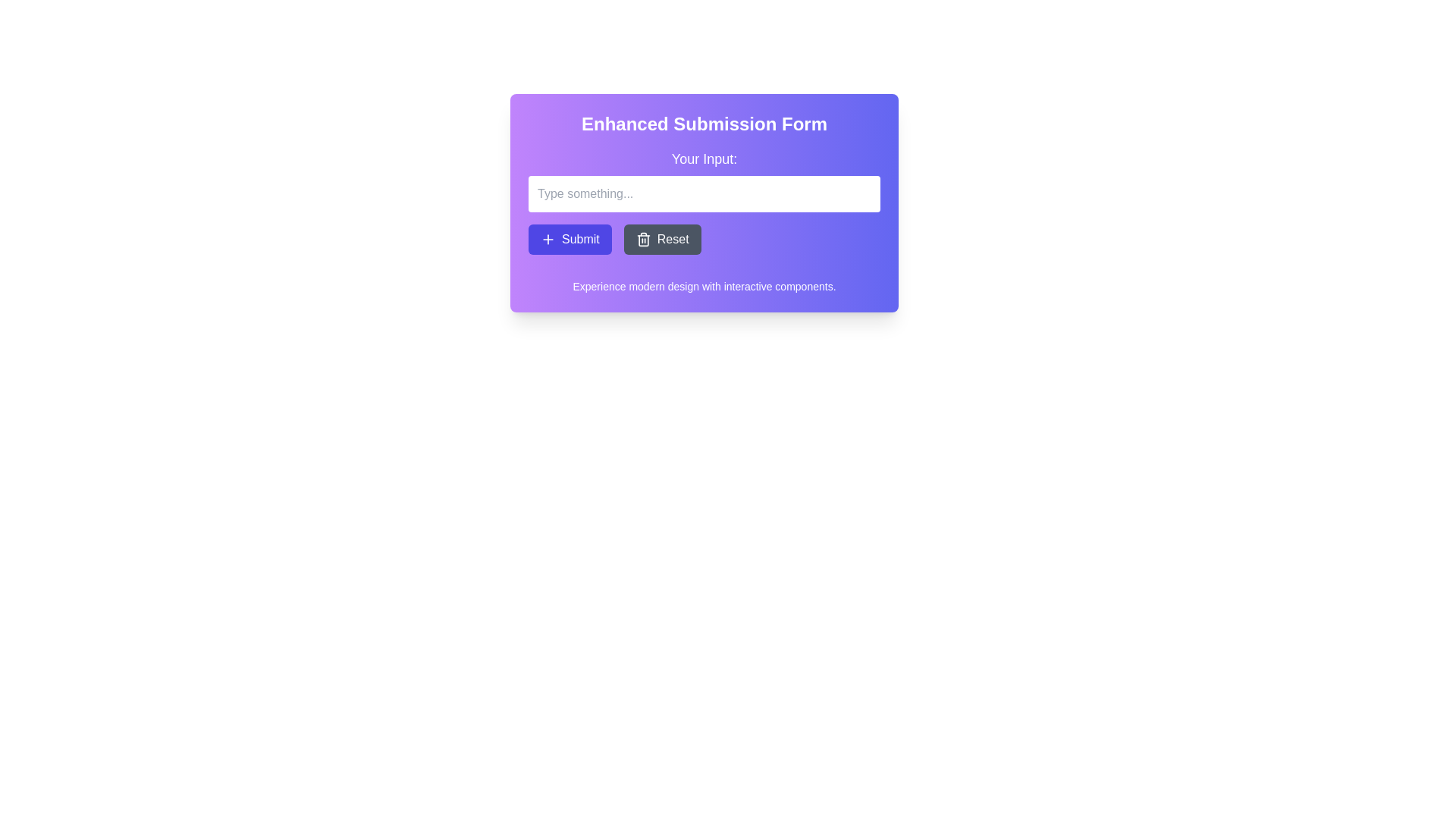 The height and width of the screenshot is (819, 1456). I want to click on the blue 'Submit' button containing the SVG plus icon located at the center near the left side of the text label, so click(548, 239).